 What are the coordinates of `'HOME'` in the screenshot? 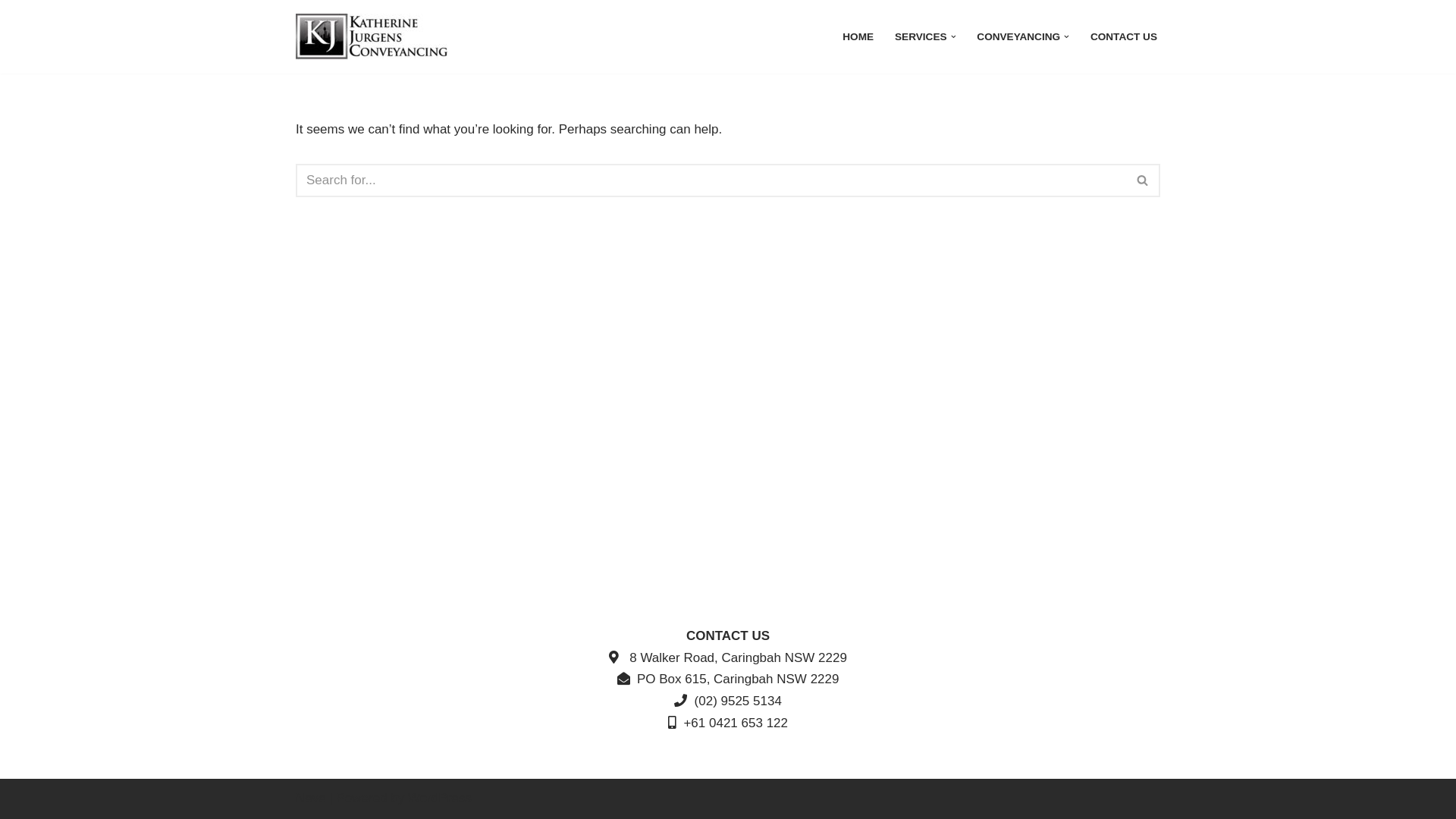 It's located at (858, 36).